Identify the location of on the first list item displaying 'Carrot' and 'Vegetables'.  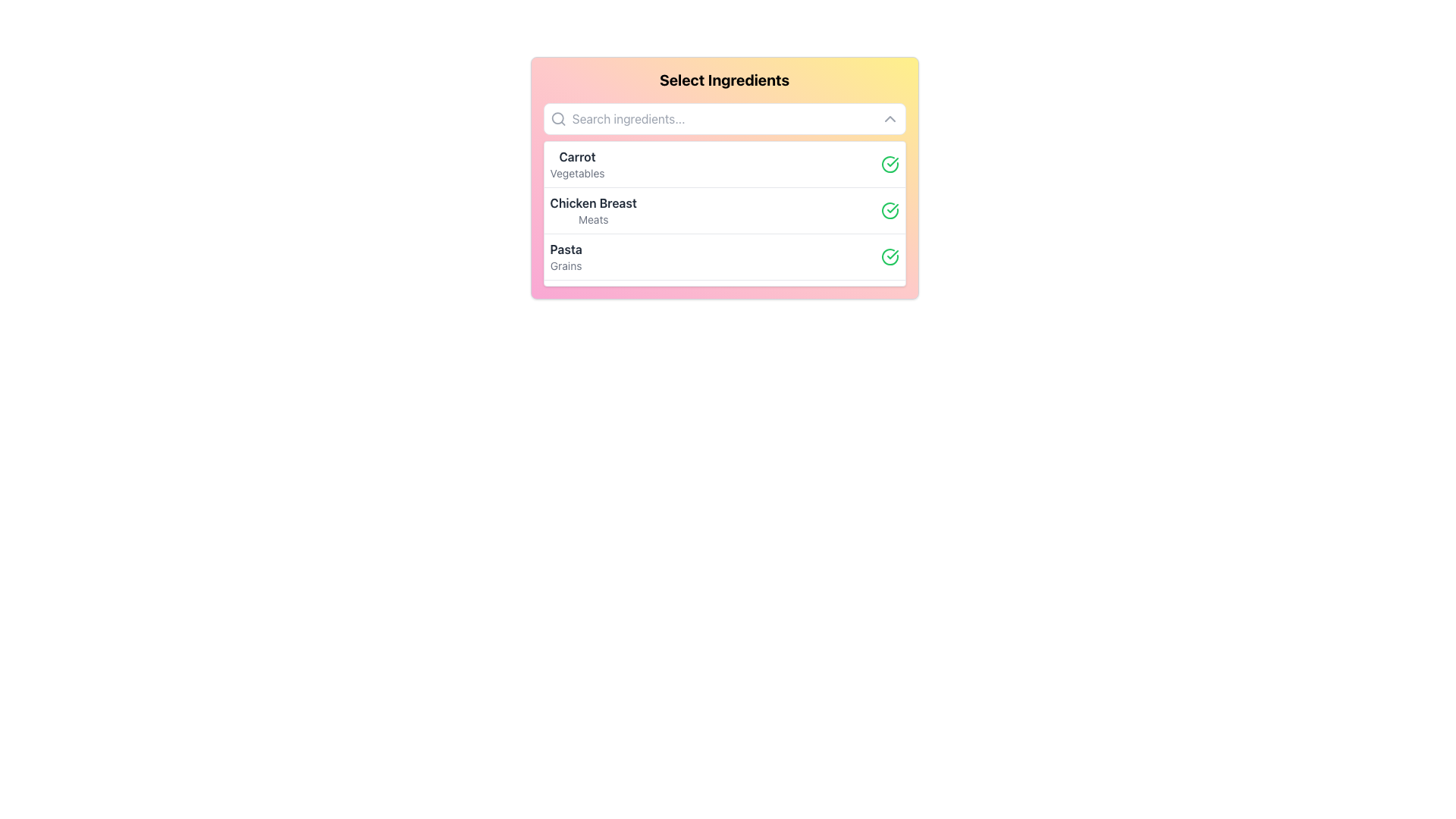
(723, 165).